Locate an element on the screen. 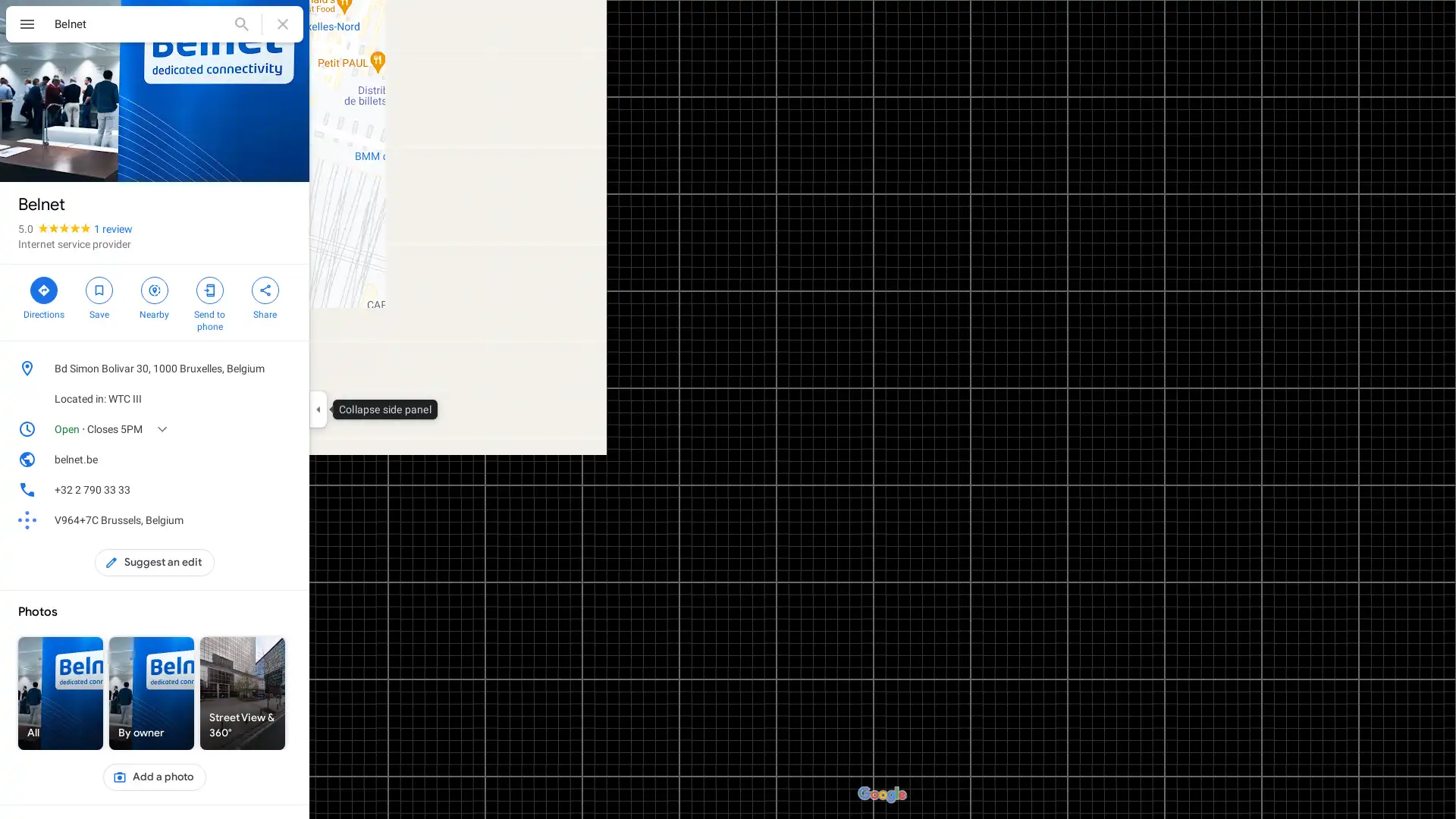 The width and height of the screenshot is (1456, 819). 5.0 stars is located at coordinates (55, 228).